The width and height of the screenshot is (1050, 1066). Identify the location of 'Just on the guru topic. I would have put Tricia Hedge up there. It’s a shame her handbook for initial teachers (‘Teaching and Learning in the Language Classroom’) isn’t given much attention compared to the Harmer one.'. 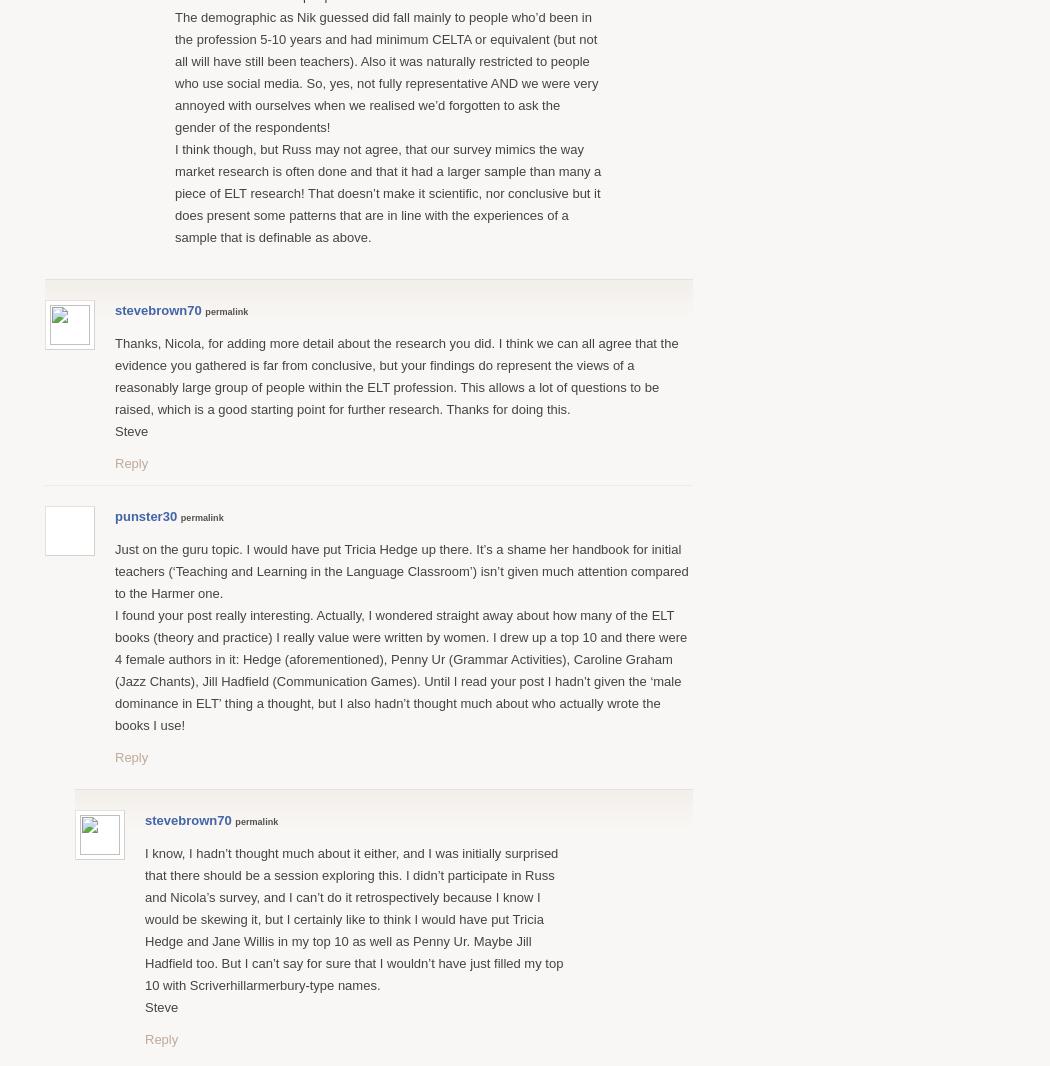
(113, 569).